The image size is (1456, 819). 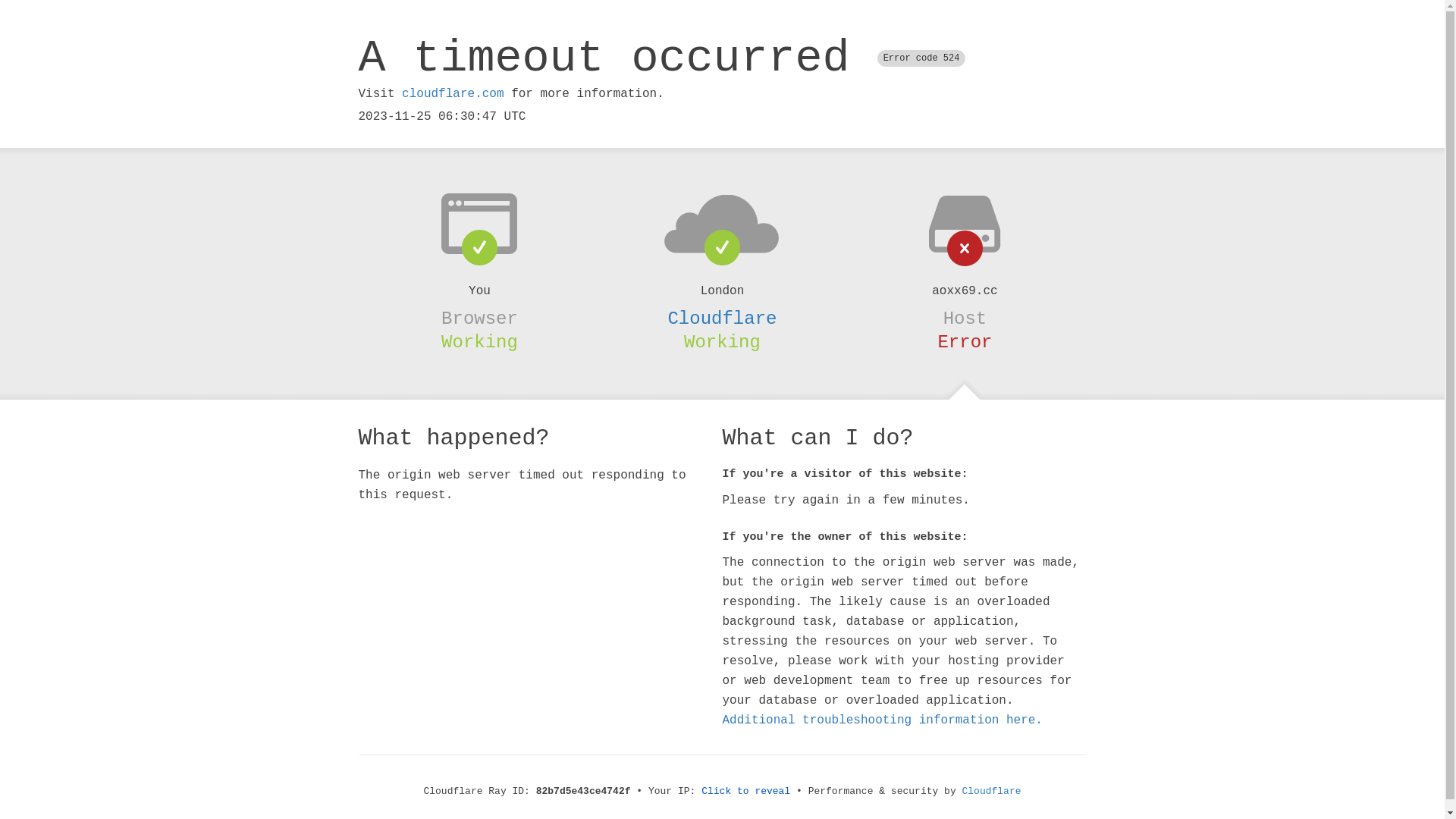 I want to click on 'Click to reveal', so click(x=745, y=790).